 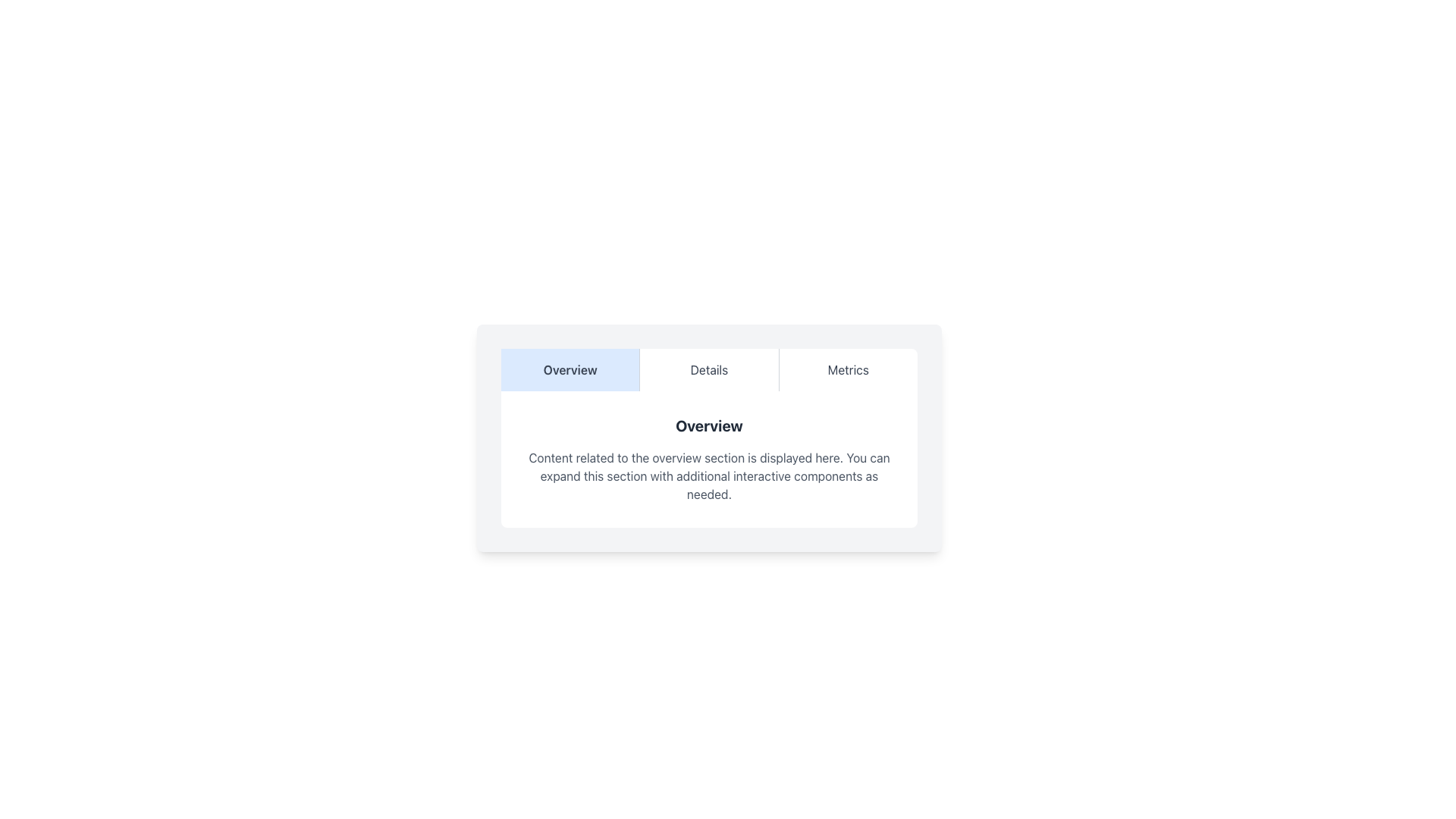 What do you see at coordinates (570, 370) in the screenshot?
I see `the 'Overview' button, which is the first tab in a group of three navigational buttons at the top of the card-style component` at bounding box center [570, 370].